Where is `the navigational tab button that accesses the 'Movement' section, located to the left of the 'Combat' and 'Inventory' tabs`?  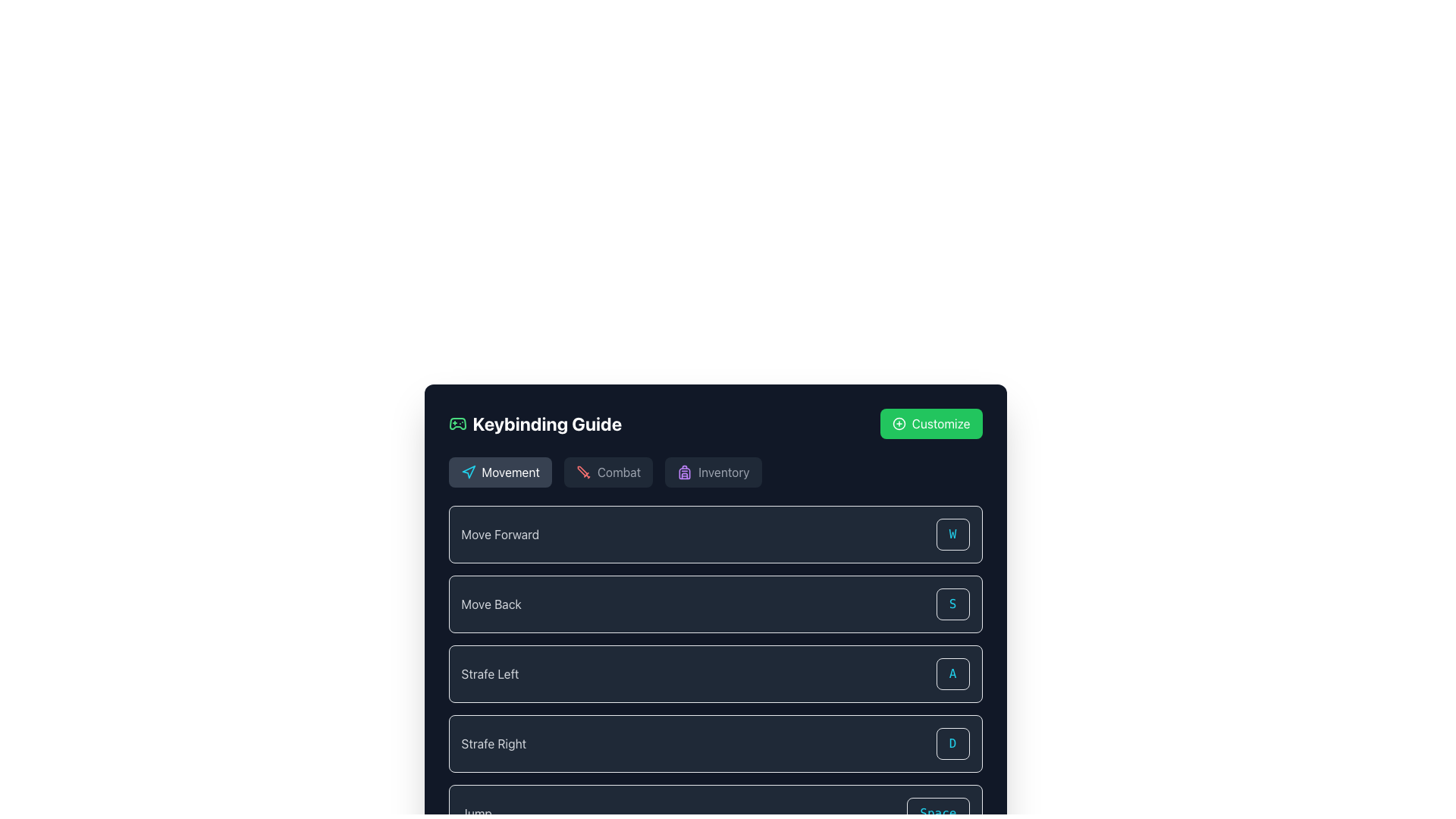 the navigational tab button that accesses the 'Movement' section, located to the left of the 'Combat' and 'Inventory' tabs is located at coordinates (500, 472).